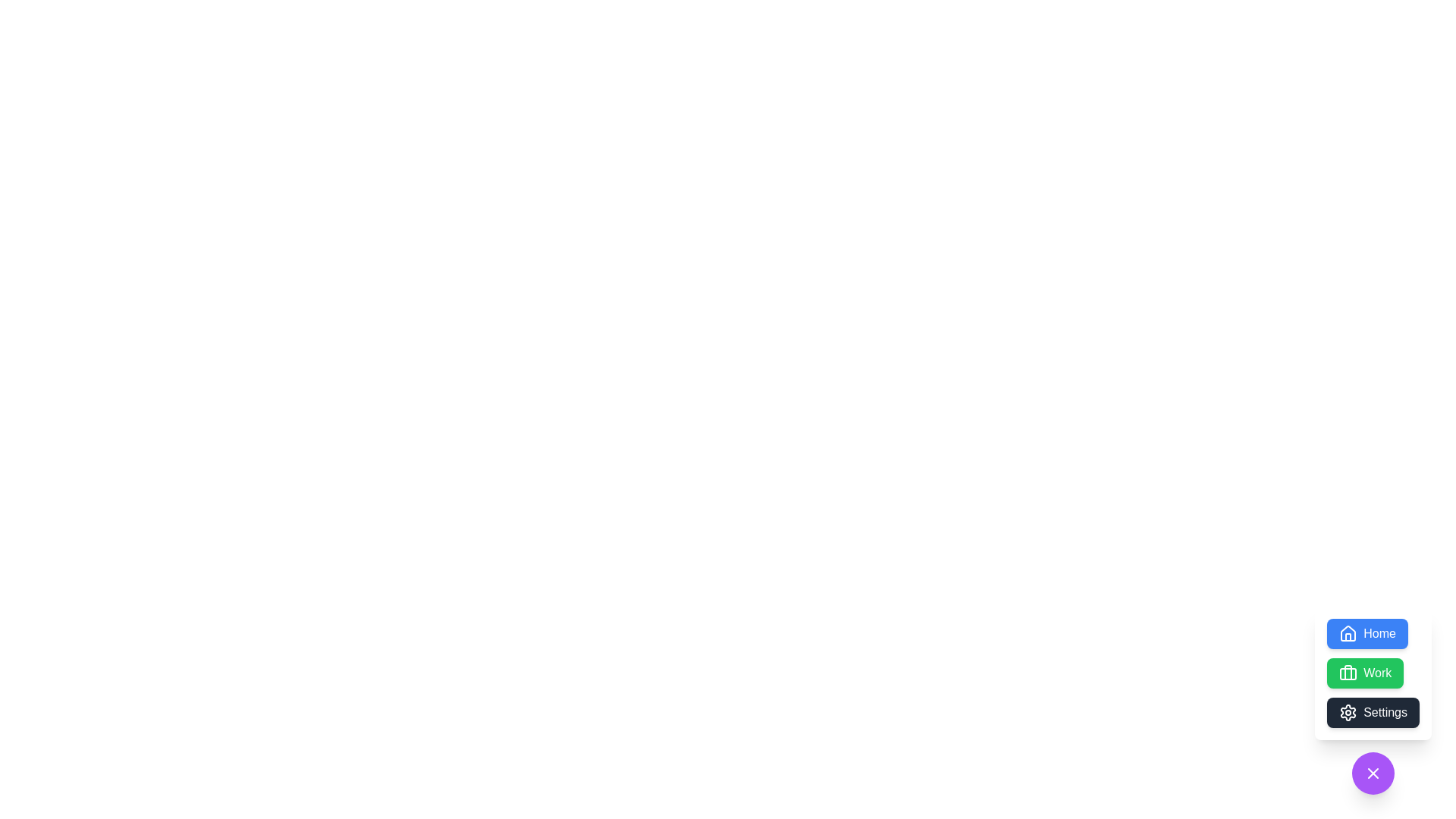  What do you see at coordinates (1365, 672) in the screenshot?
I see `the second button in a vertical stack, which is intended for navigating to the 'Work' section` at bounding box center [1365, 672].